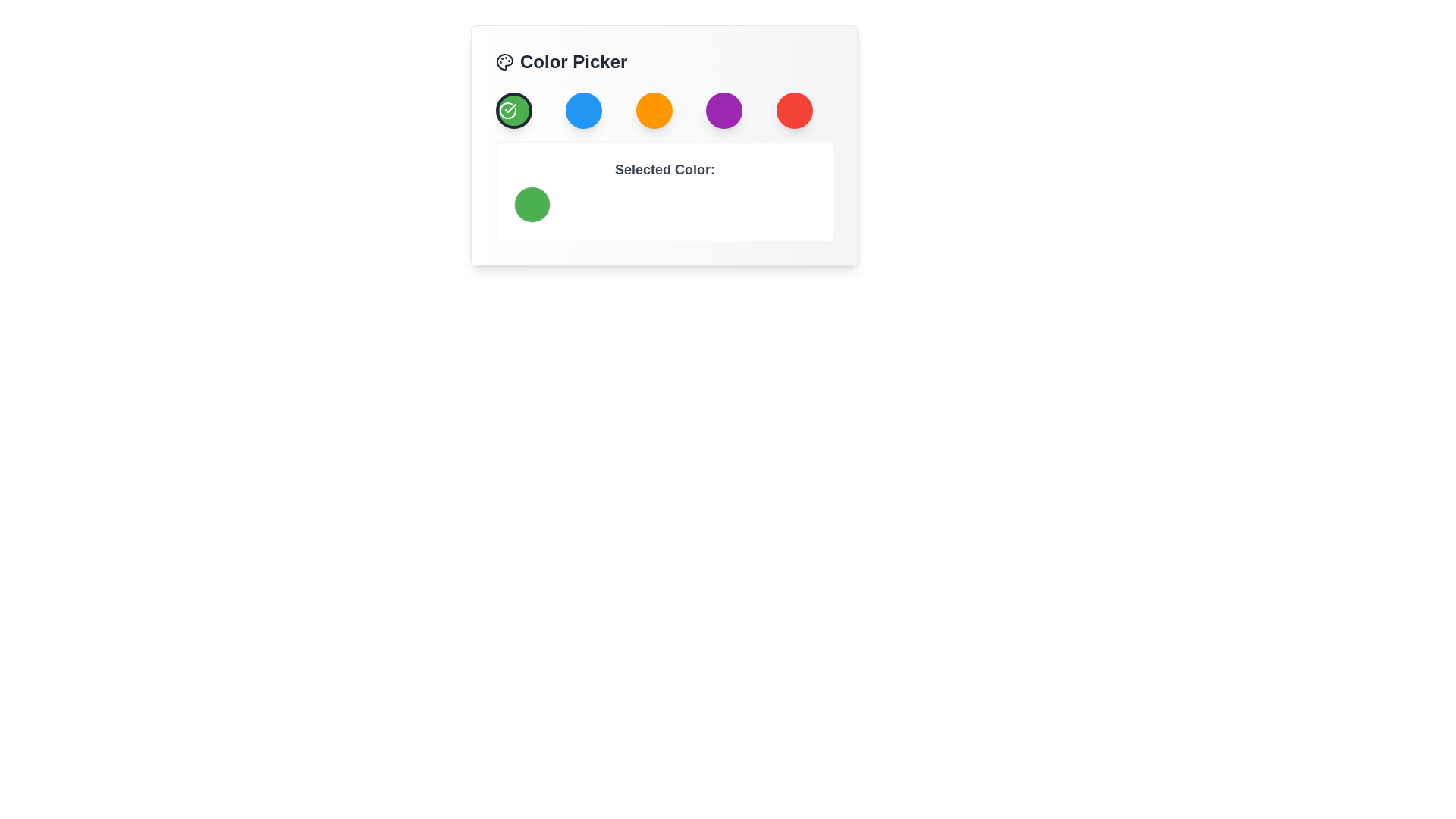 The width and height of the screenshot is (1456, 819). Describe the element at coordinates (793, 110) in the screenshot. I see `the circular red button located at the rightmost position in the row of buttons beneath the 'Color Picker' label` at that location.